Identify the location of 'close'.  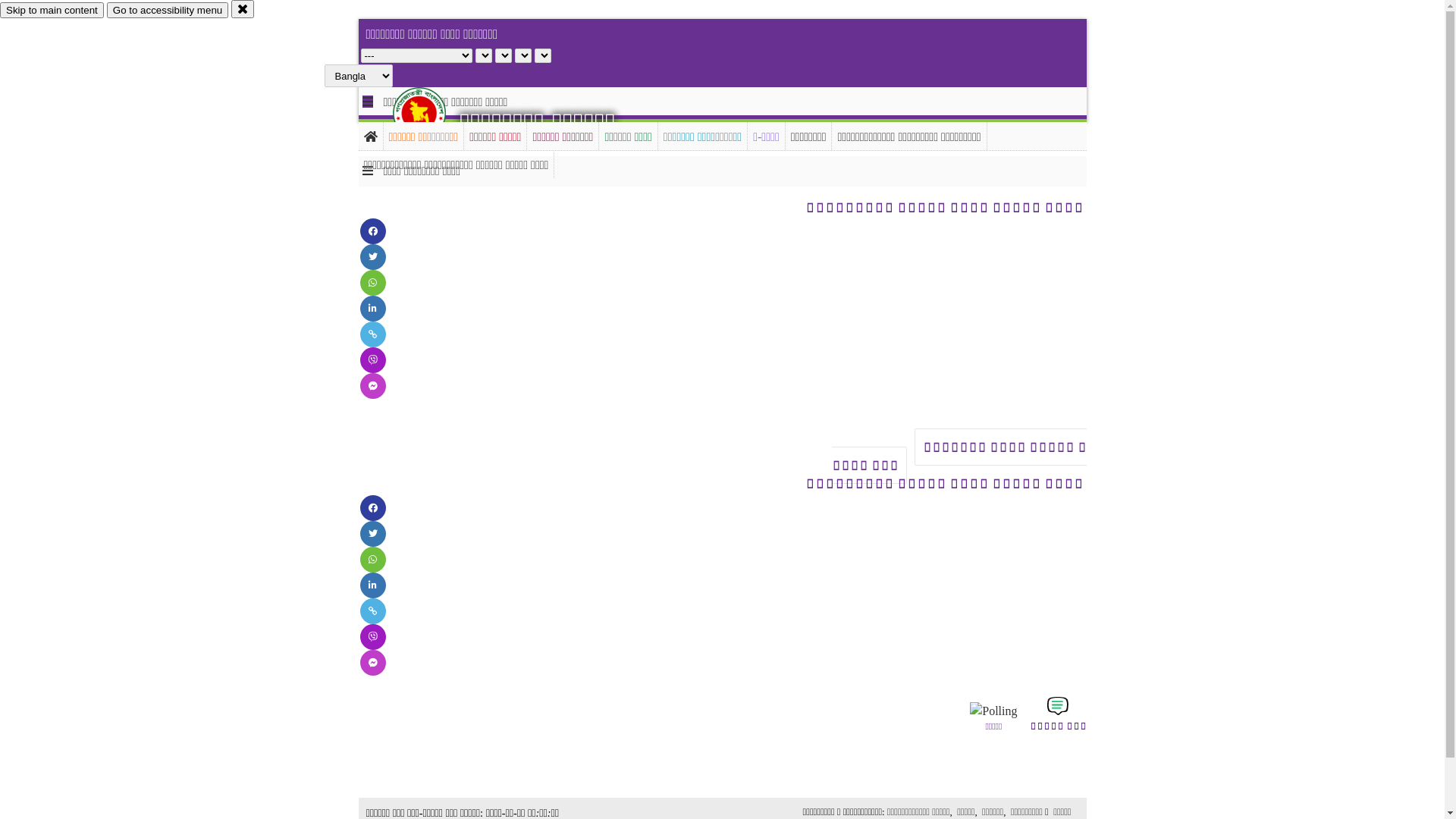
(243, 8).